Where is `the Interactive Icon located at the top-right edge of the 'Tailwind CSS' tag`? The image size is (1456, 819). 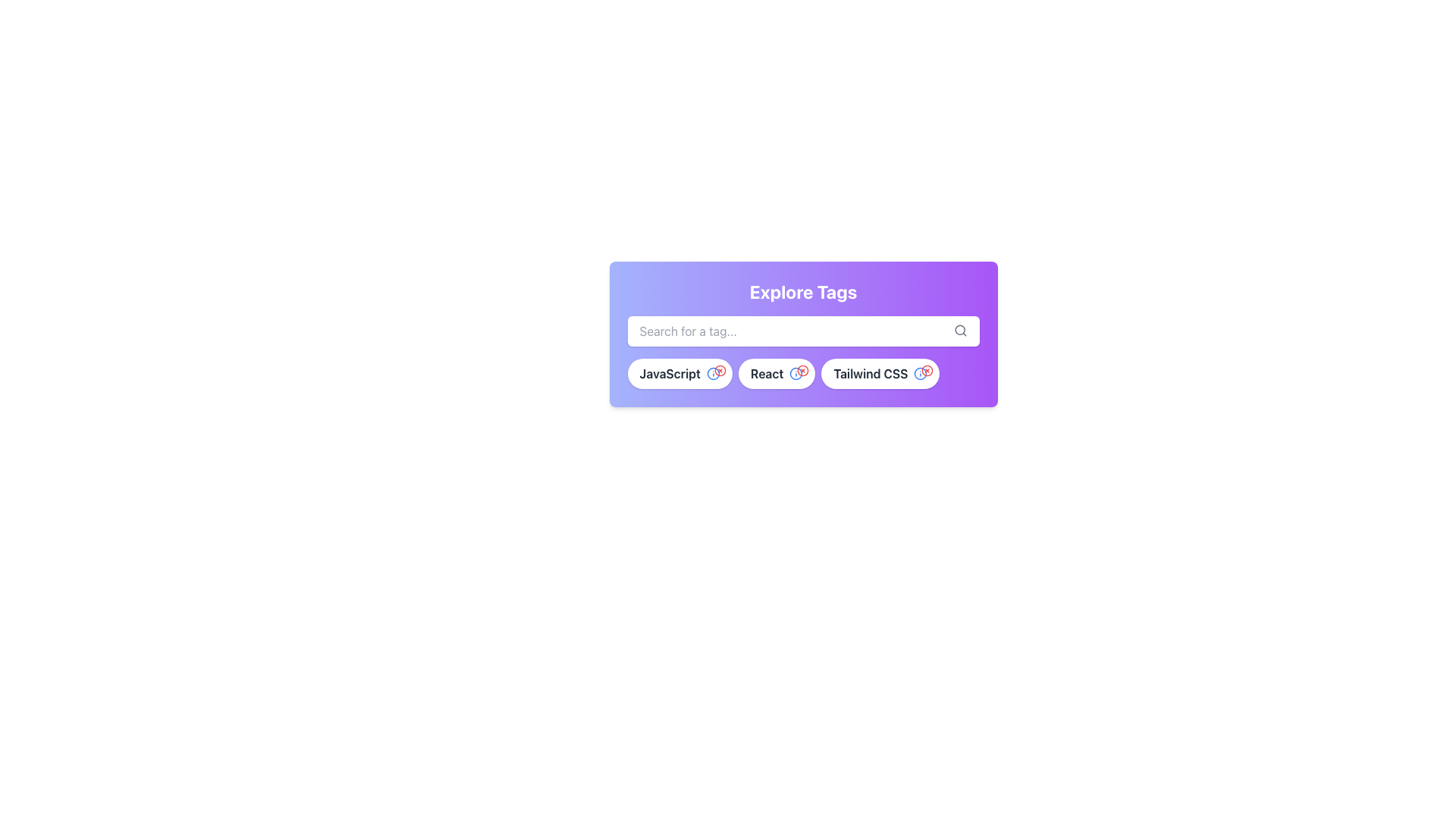 the Interactive Icon located at the top-right edge of the 'Tailwind CSS' tag is located at coordinates (927, 371).